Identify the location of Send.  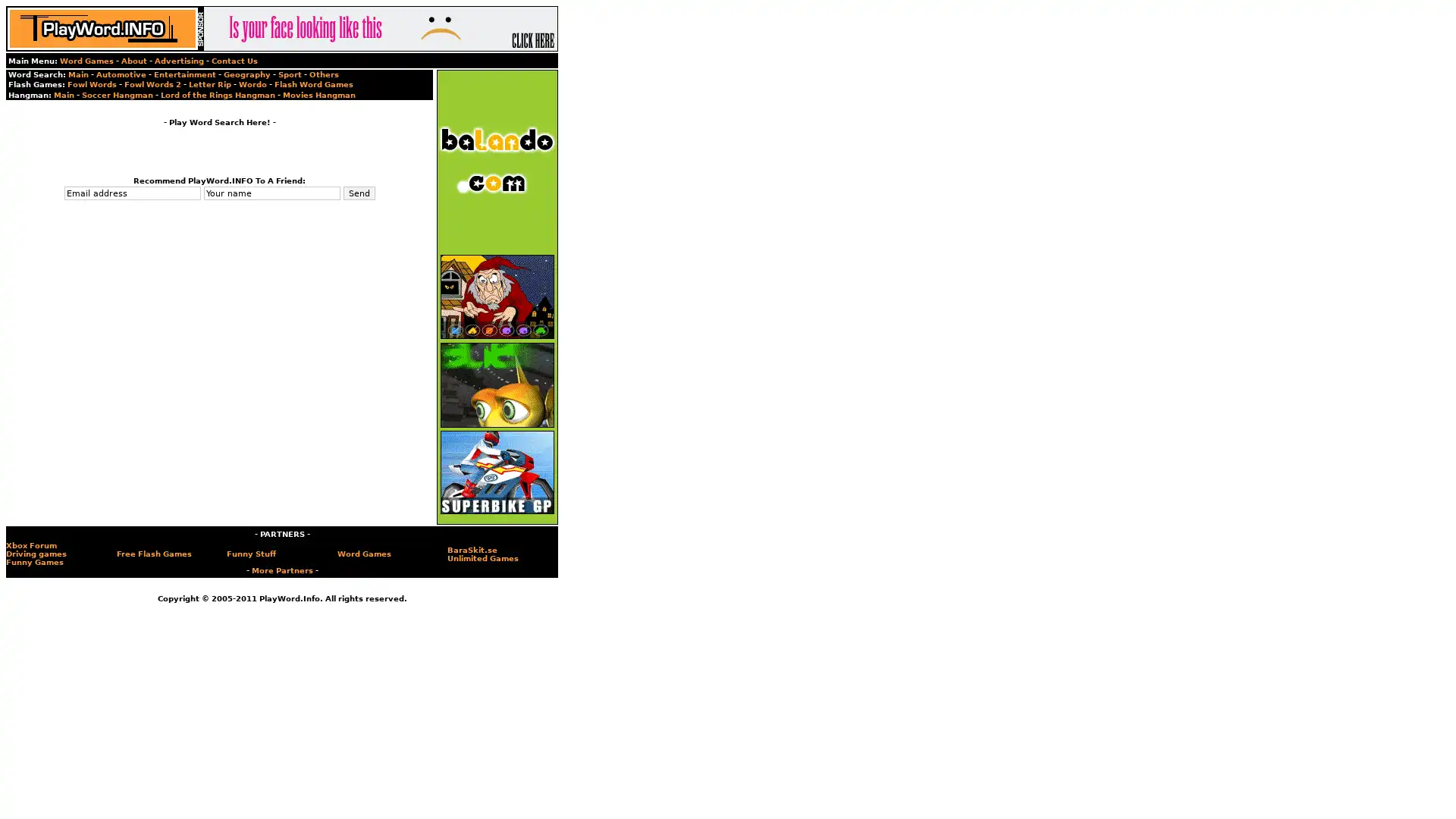
(358, 192).